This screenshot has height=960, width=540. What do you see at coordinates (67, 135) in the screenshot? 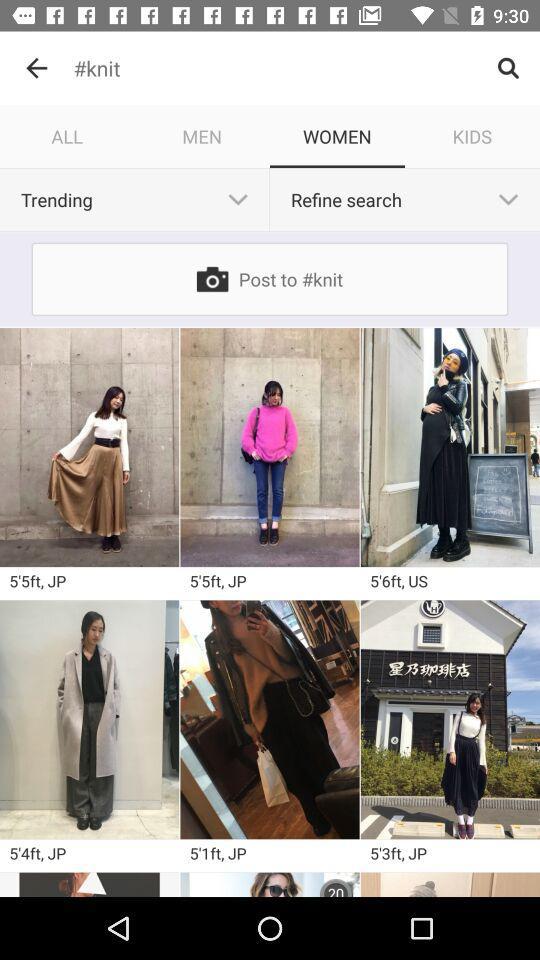
I see `the item to the left of men icon` at bounding box center [67, 135].